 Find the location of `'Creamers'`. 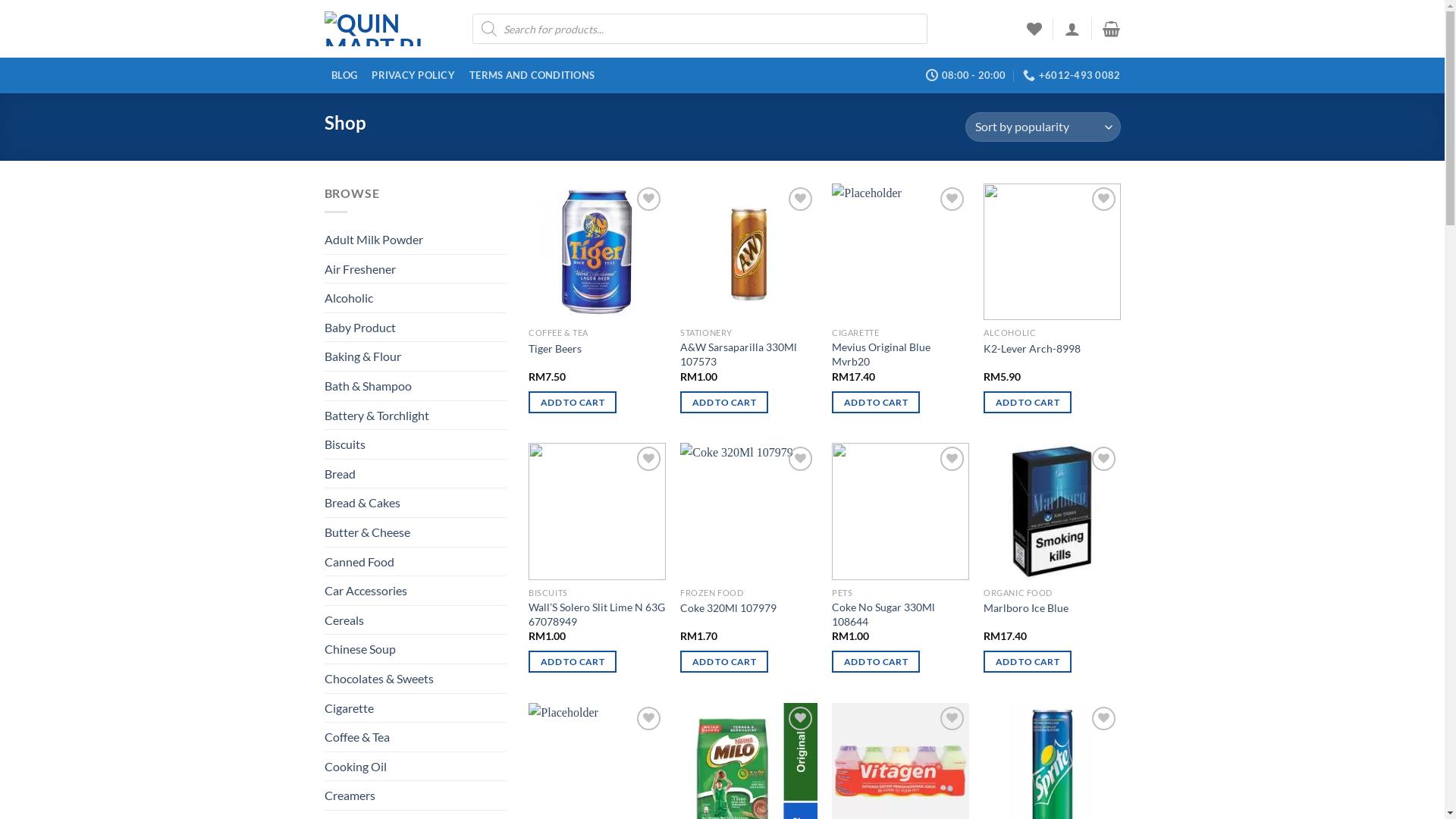

'Creamers' is located at coordinates (323, 795).